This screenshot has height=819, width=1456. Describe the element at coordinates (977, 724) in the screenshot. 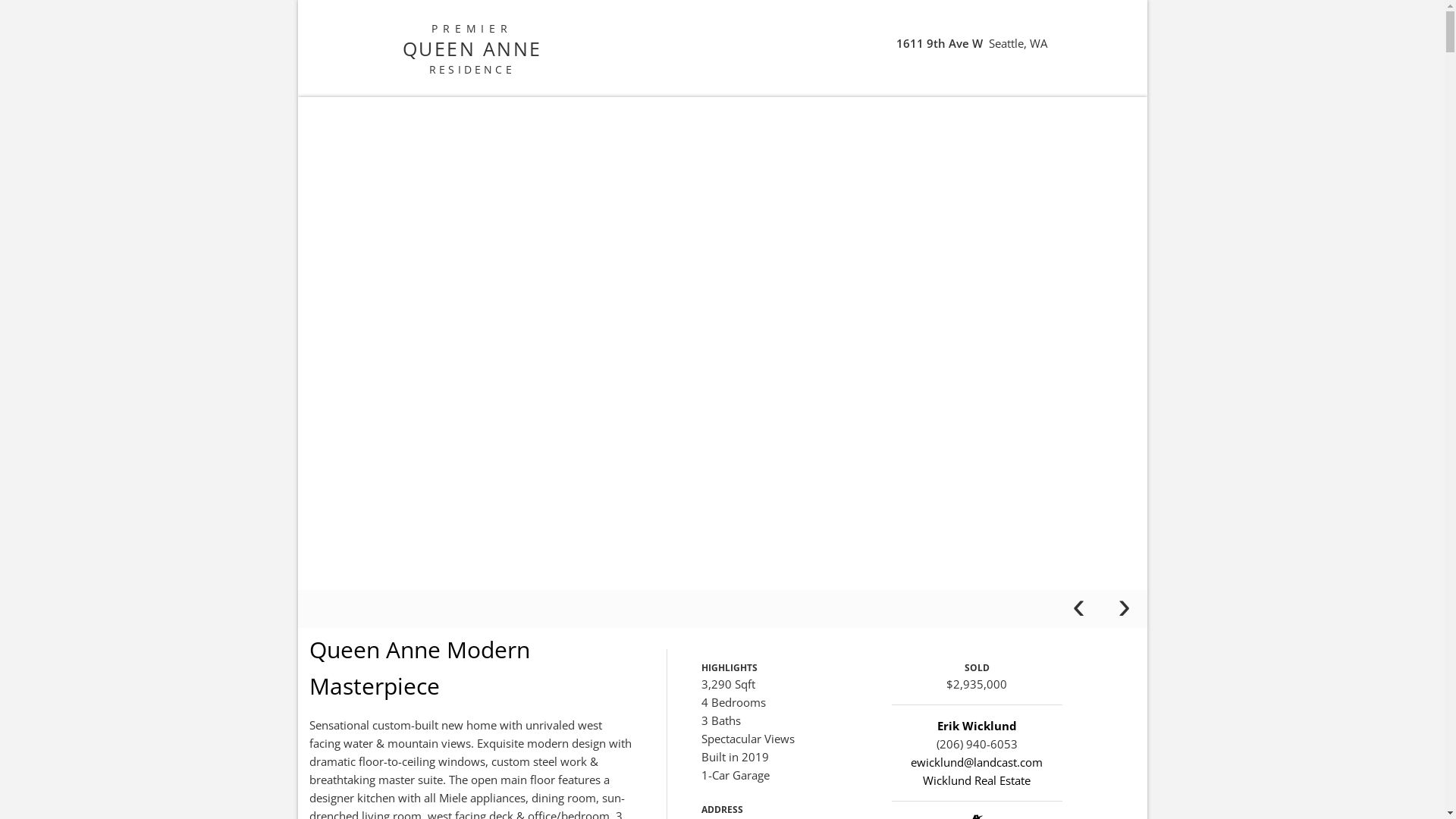

I see `'Erik Wicklund'` at that location.